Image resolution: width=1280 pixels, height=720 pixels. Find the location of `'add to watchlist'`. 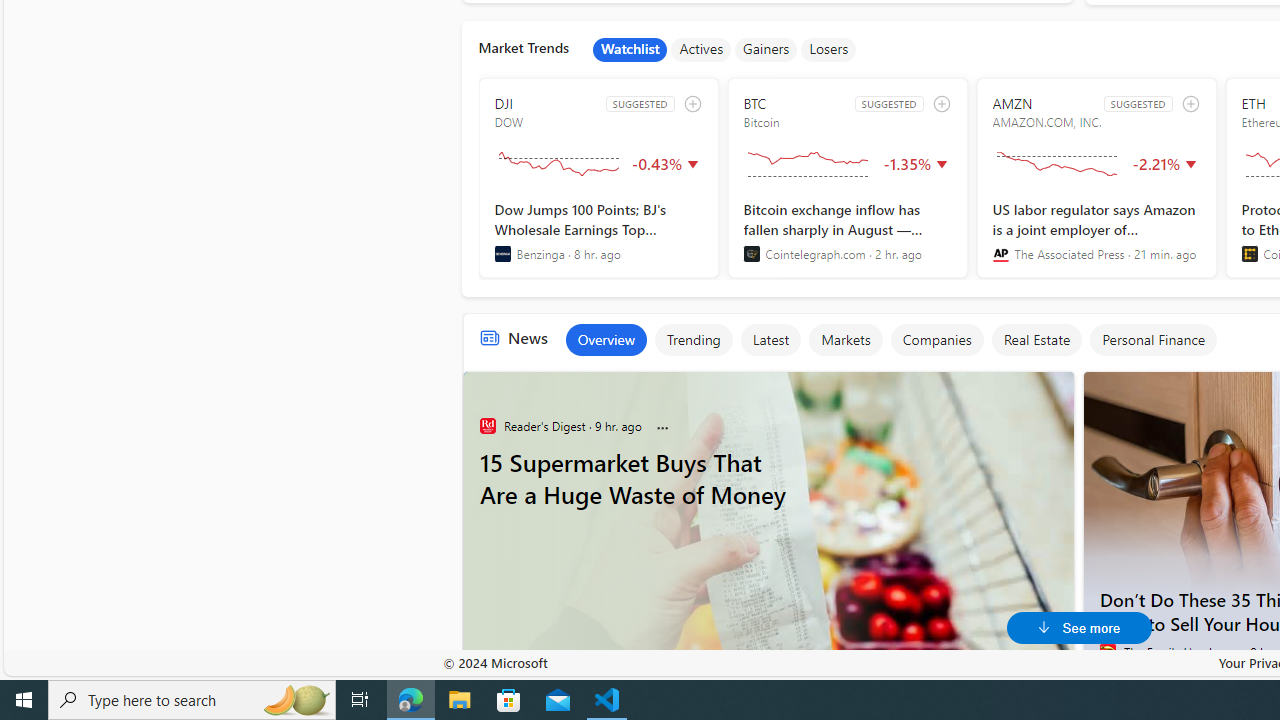

'add to watchlist' is located at coordinates (1190, 104).